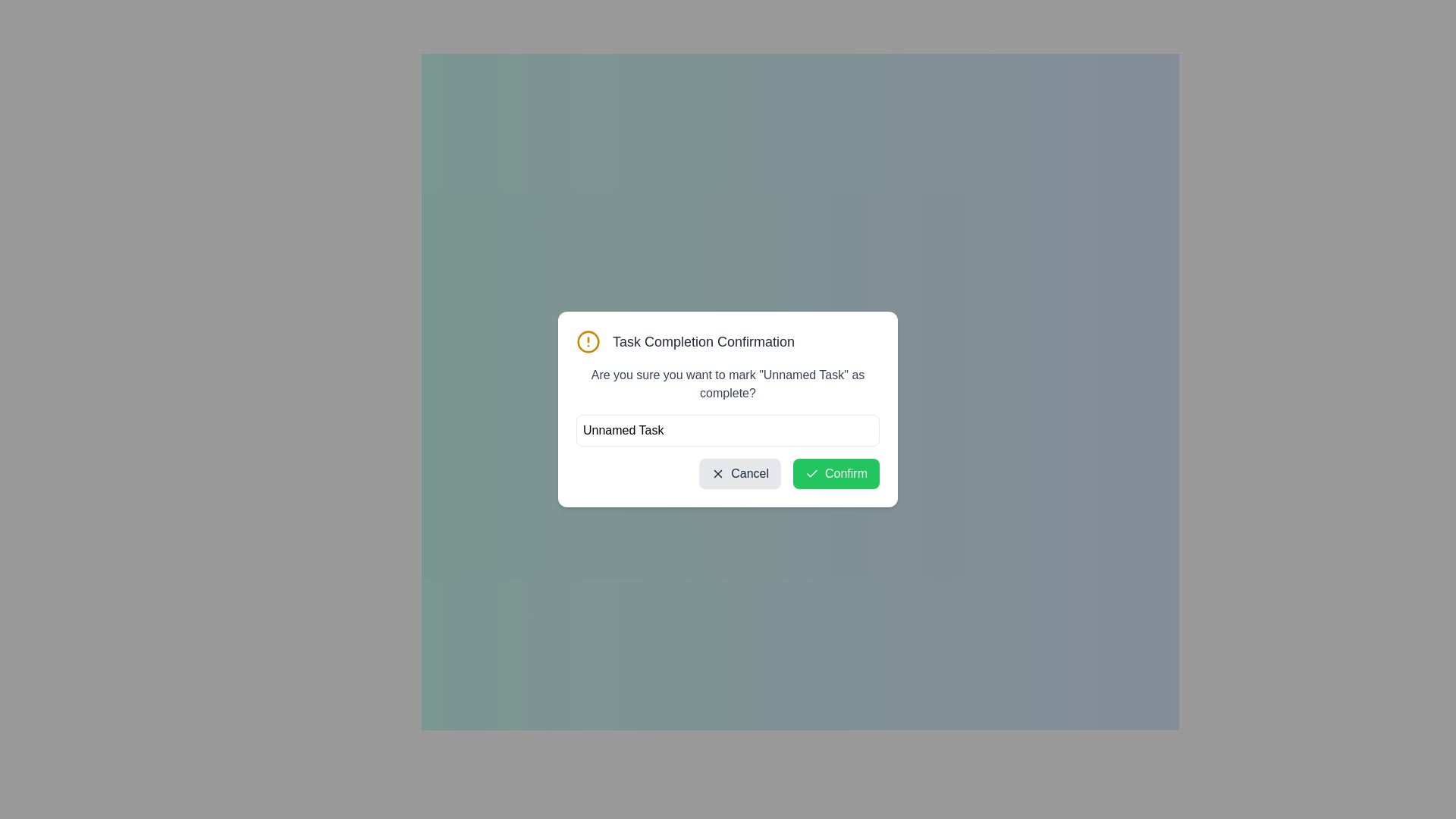 The image size is (1456, 819). Describe the element at coordinates (728, 383) in the screenshot. I see `the Text Block that prompts confirmation for marking the 'Unnamed Task' as complete, located centrally in the modal dialog beneath the title 'Task Completion Confirmation'` at that location.